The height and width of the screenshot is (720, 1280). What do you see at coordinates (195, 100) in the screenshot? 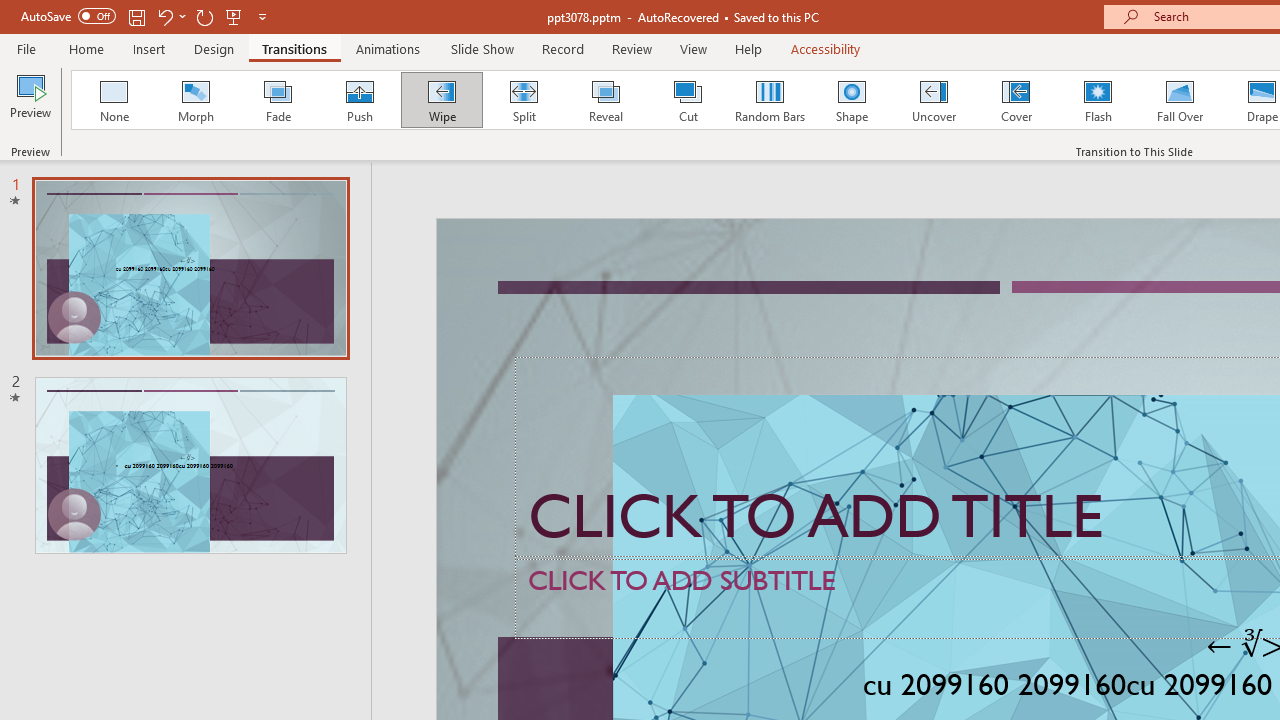
I see `'Morph'` at bounding box center [195, 100].